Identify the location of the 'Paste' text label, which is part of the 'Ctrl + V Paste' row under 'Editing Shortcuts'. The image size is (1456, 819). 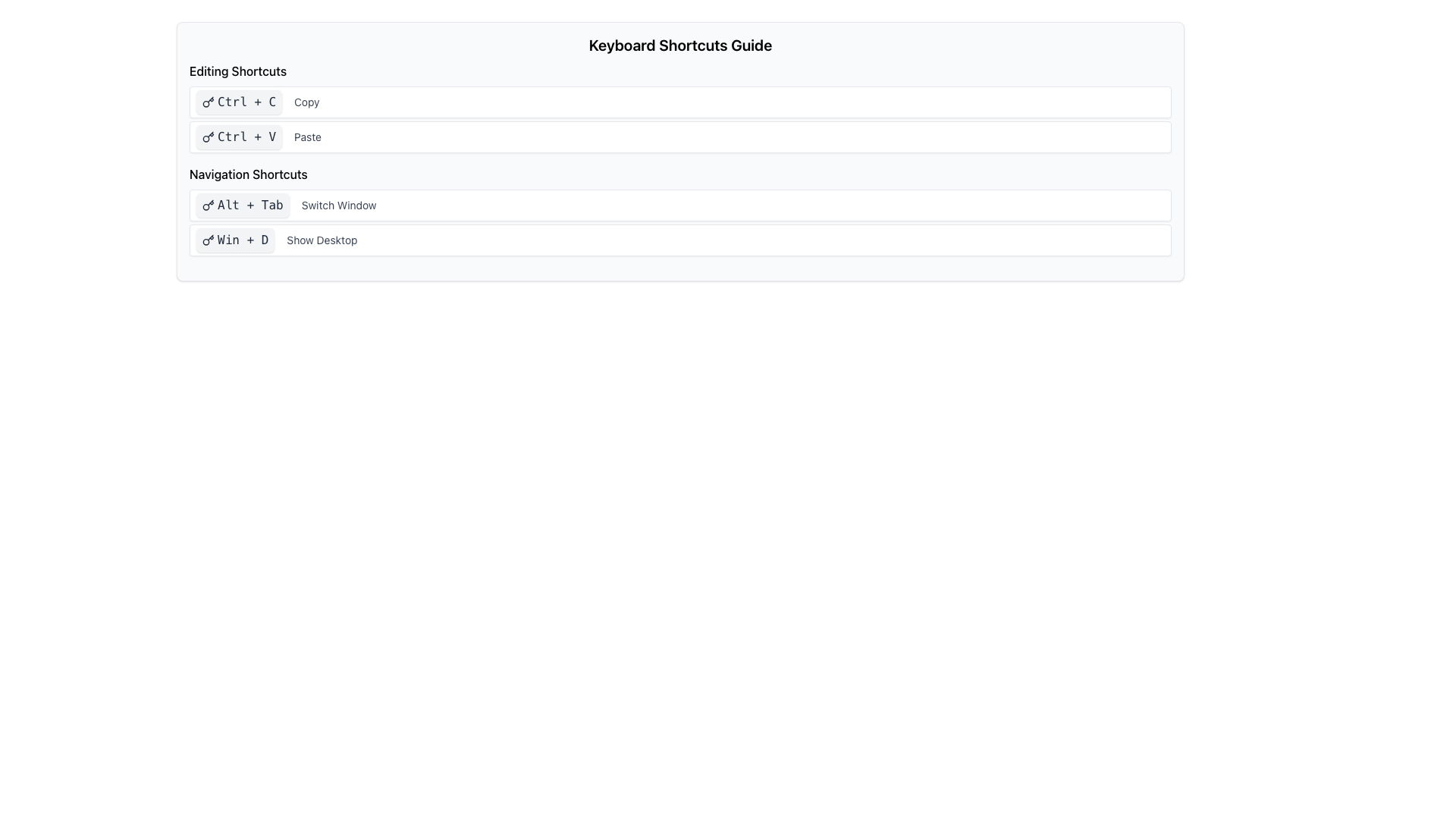
(306, 137).